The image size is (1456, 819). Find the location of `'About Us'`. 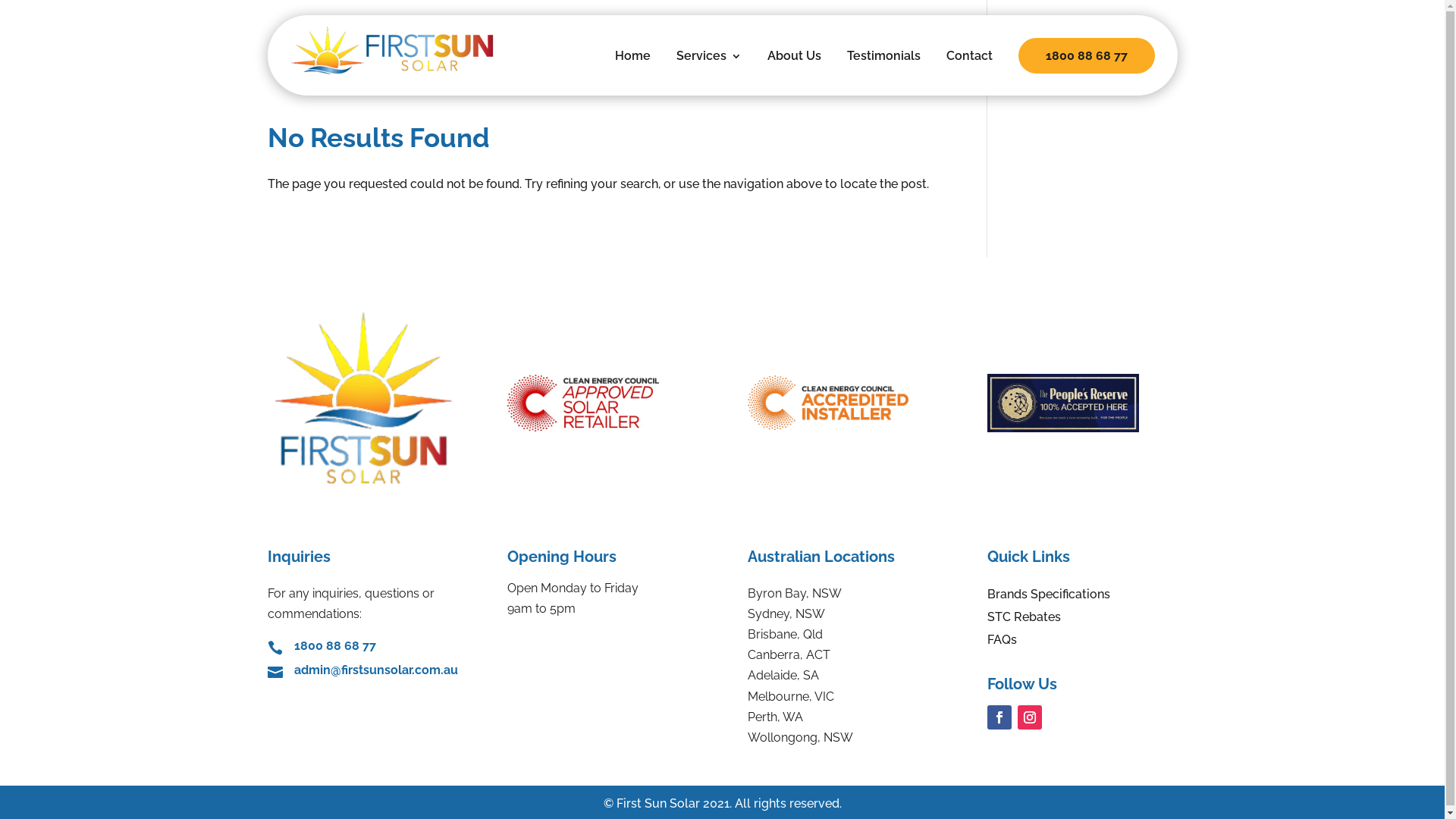

'About Us' is located at coordinates (793, 66).